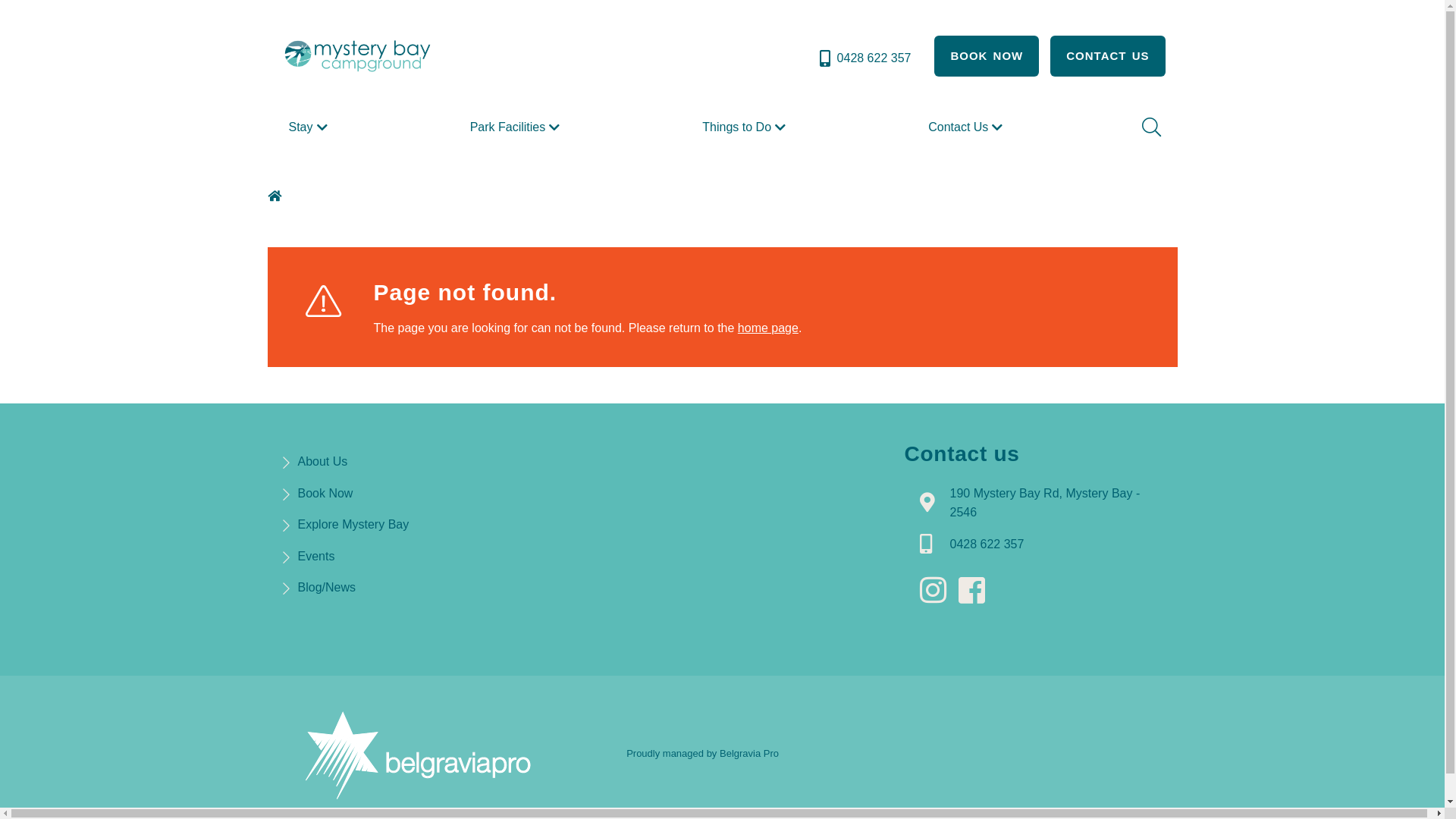 The image size is (1456, 819). I want to click on 'About Us', so click(322, 460).